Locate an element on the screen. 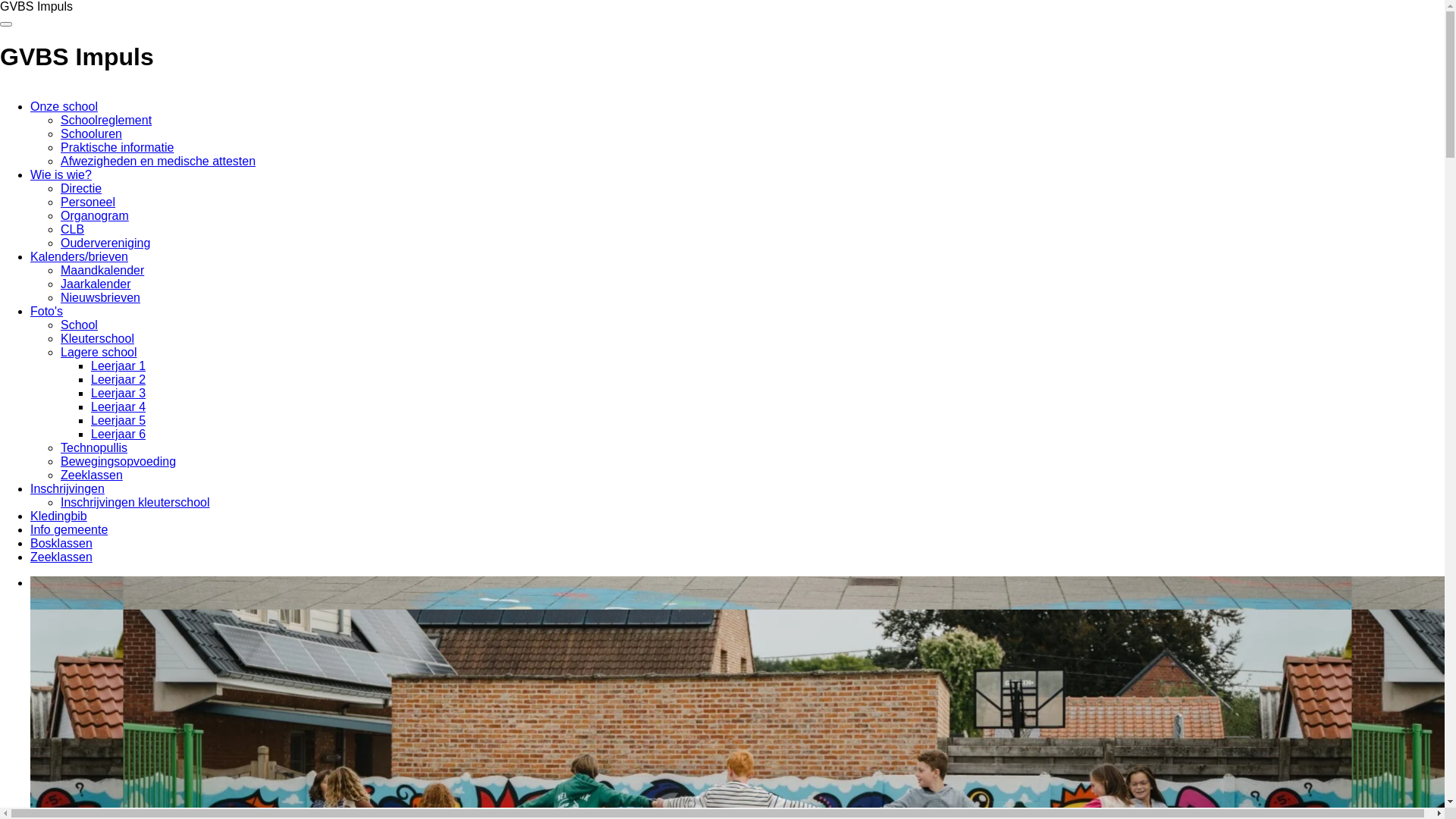 The height and width of the screenshot is (819, 1456). 'School' is located at coordinates (78, 324).